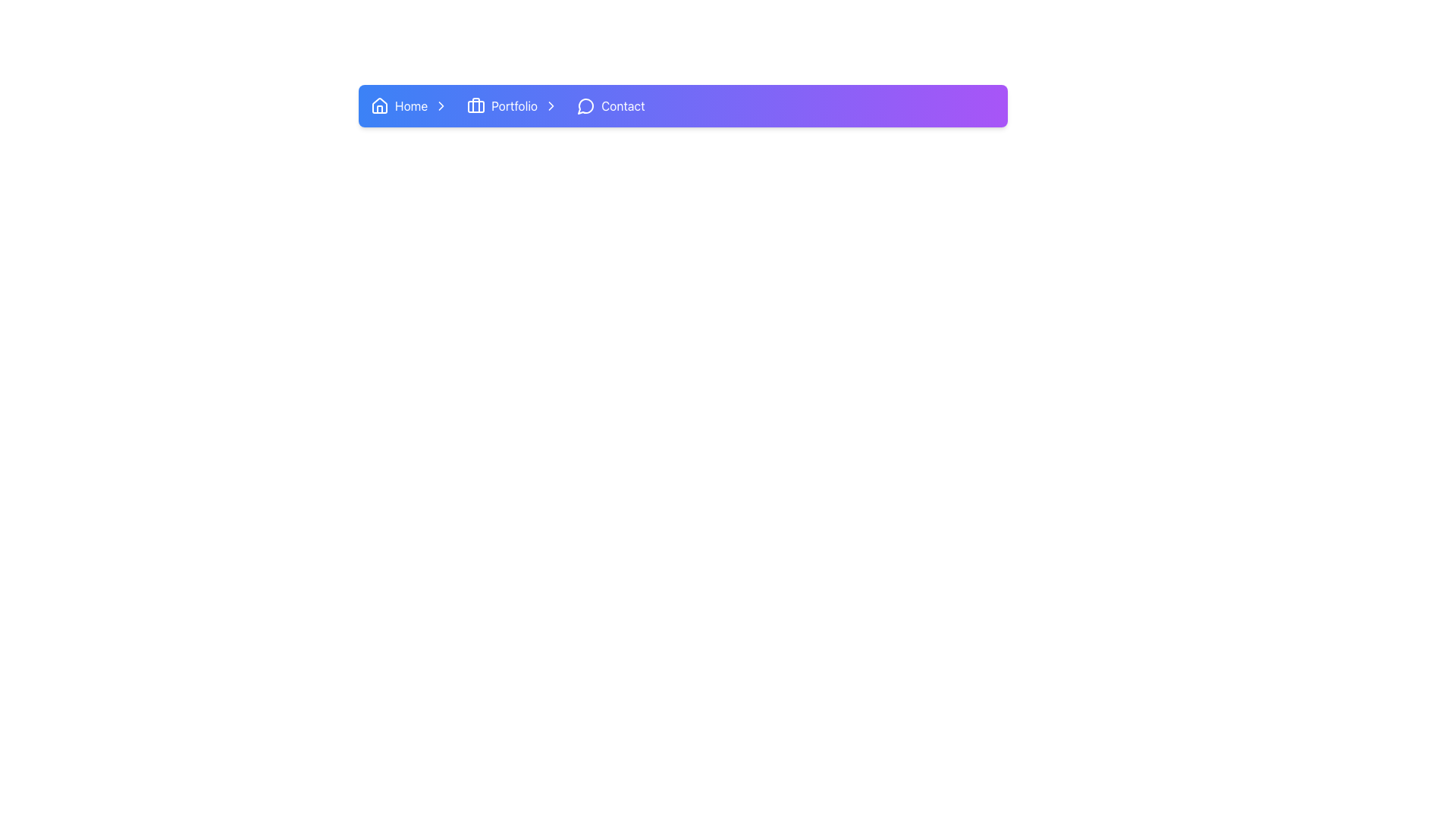 The height and width of the screenshot is (819, 1456). I want to click on the messaging icon located in the navigation bar, which is positioned to the left of the 'Contact' text, so click(585, 105).